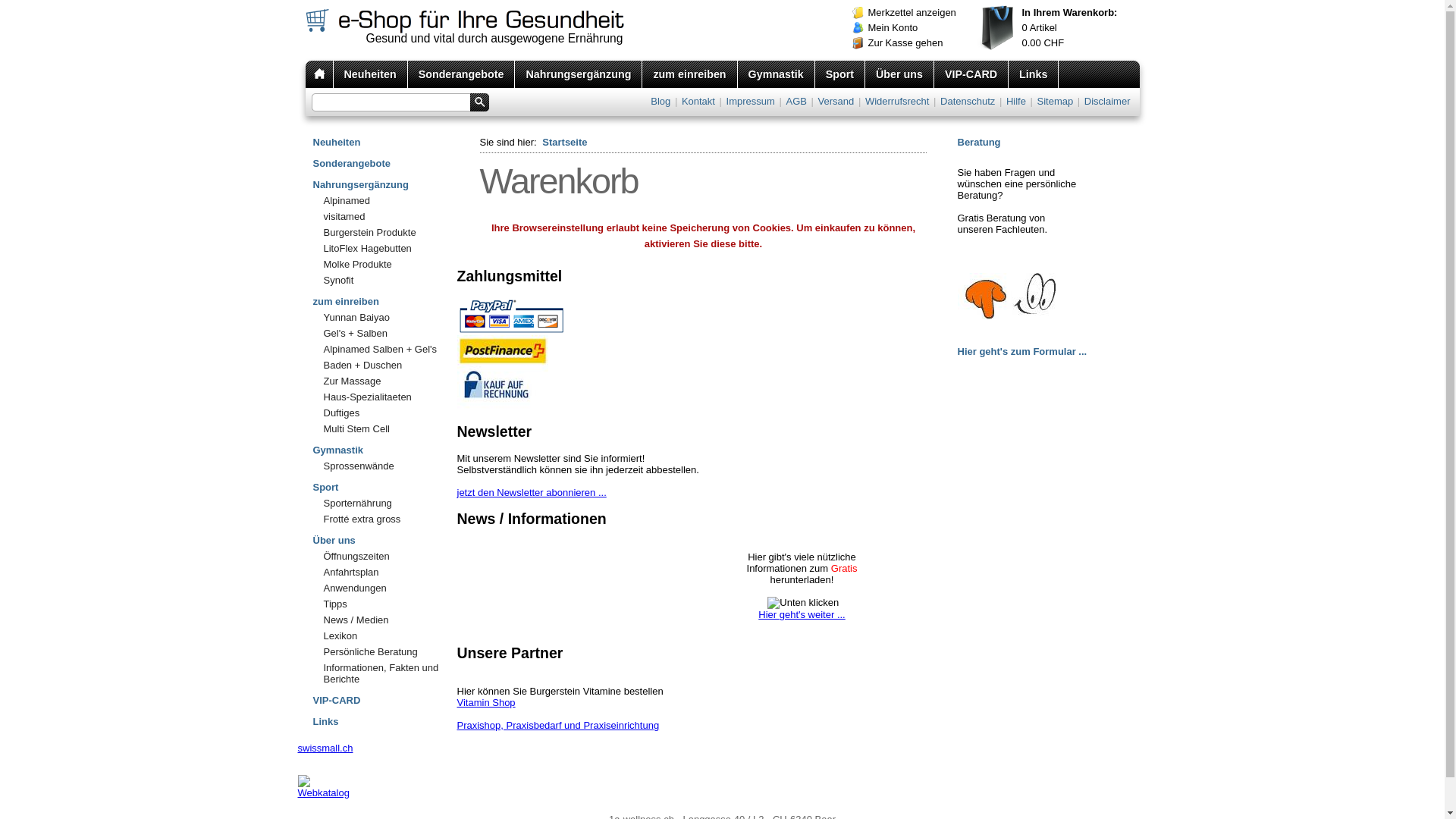 This screenshot has width=1456, height=819. What do you see at coordinates (384, 349) in the screenshot?
I see `'Alpinamed Salben + Gel's'` at bounding box center [384, 349].